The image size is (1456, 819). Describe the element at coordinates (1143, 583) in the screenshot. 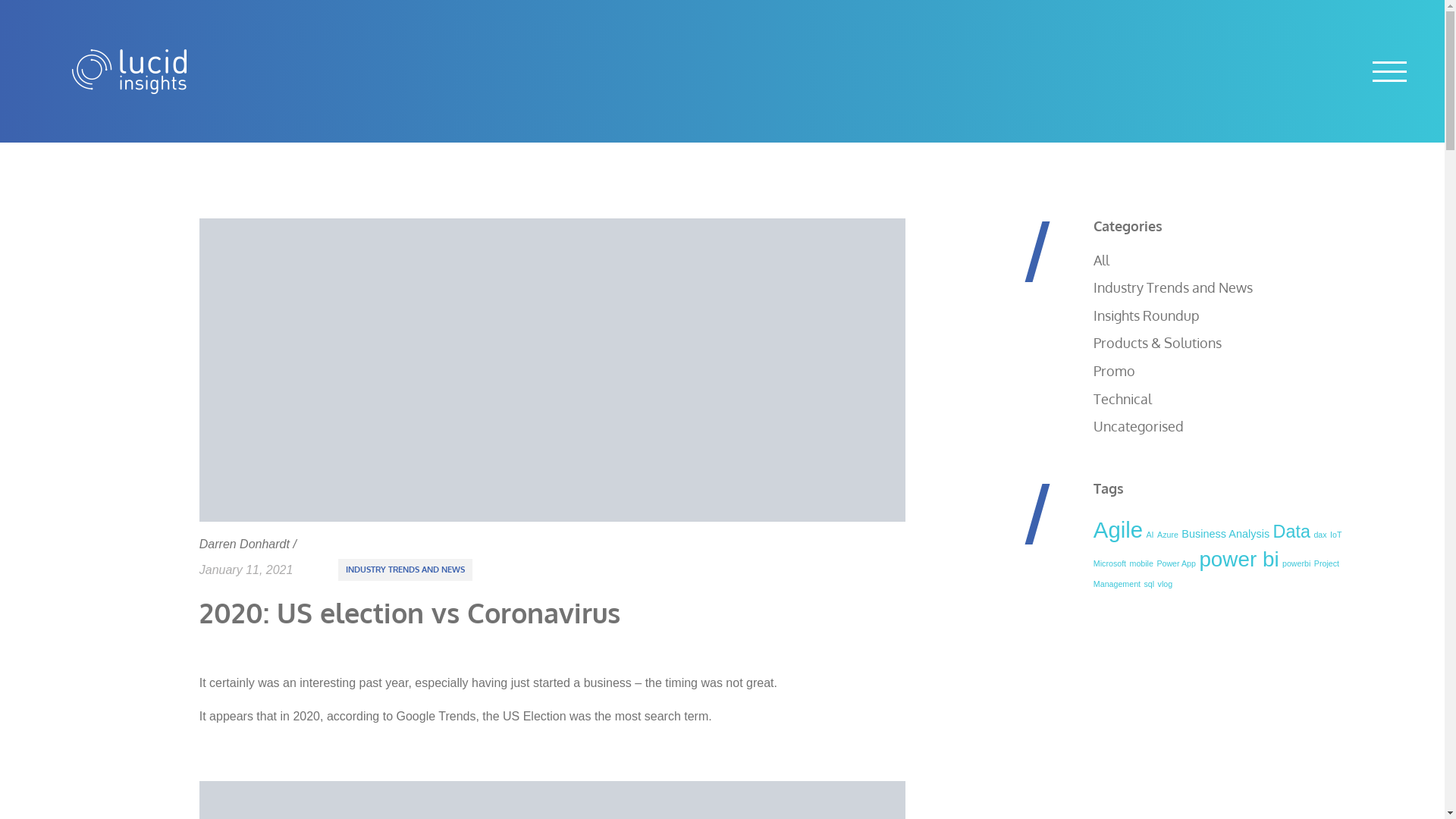

I see `'sql'` at that location.